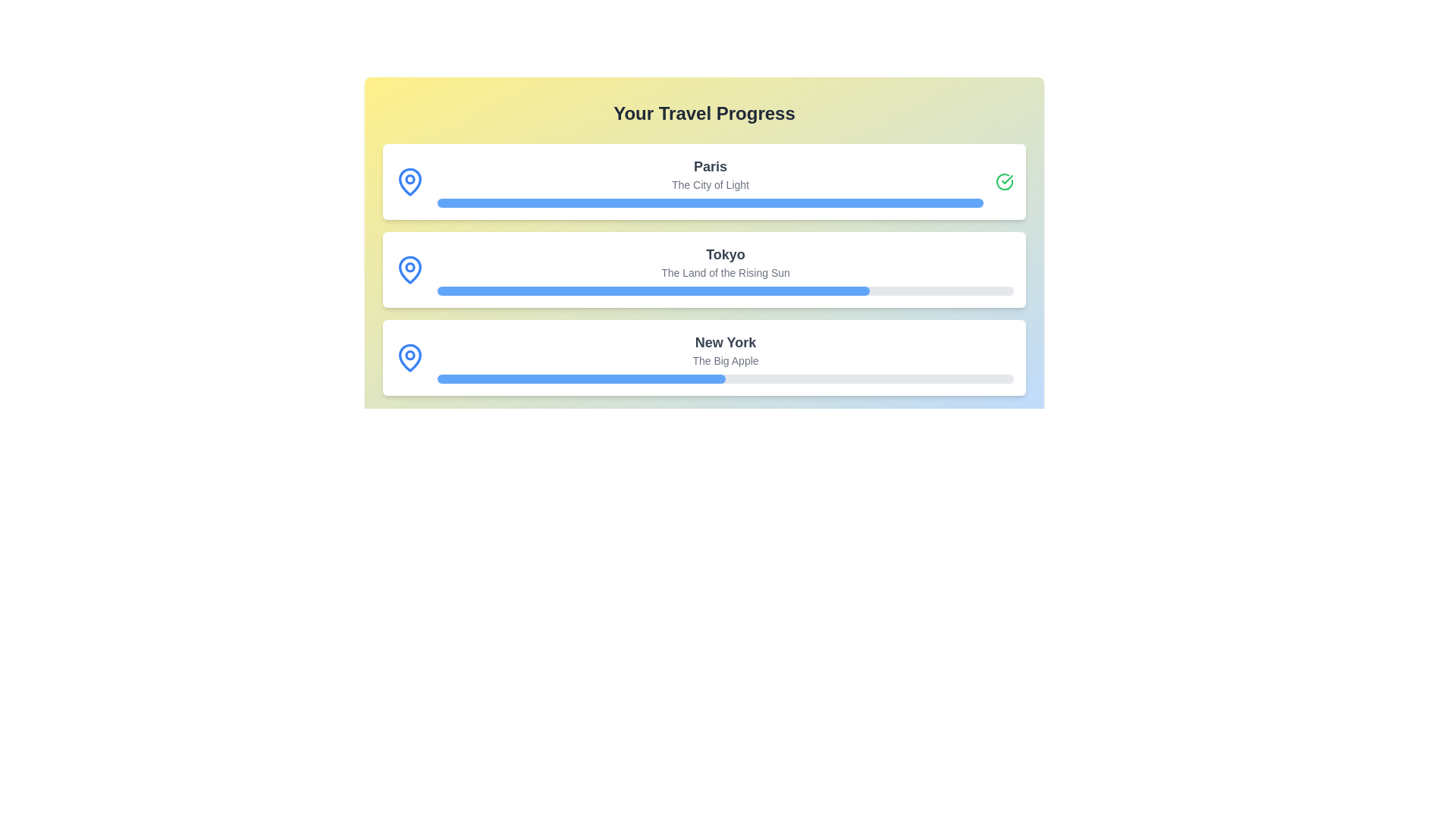 The height and width of the screenshot is (819, 1456). I want to click on the lower part of the location marker pin icon representing a geographic pin for Paris, located within the first row of travel progress entries, so click(410, 180).